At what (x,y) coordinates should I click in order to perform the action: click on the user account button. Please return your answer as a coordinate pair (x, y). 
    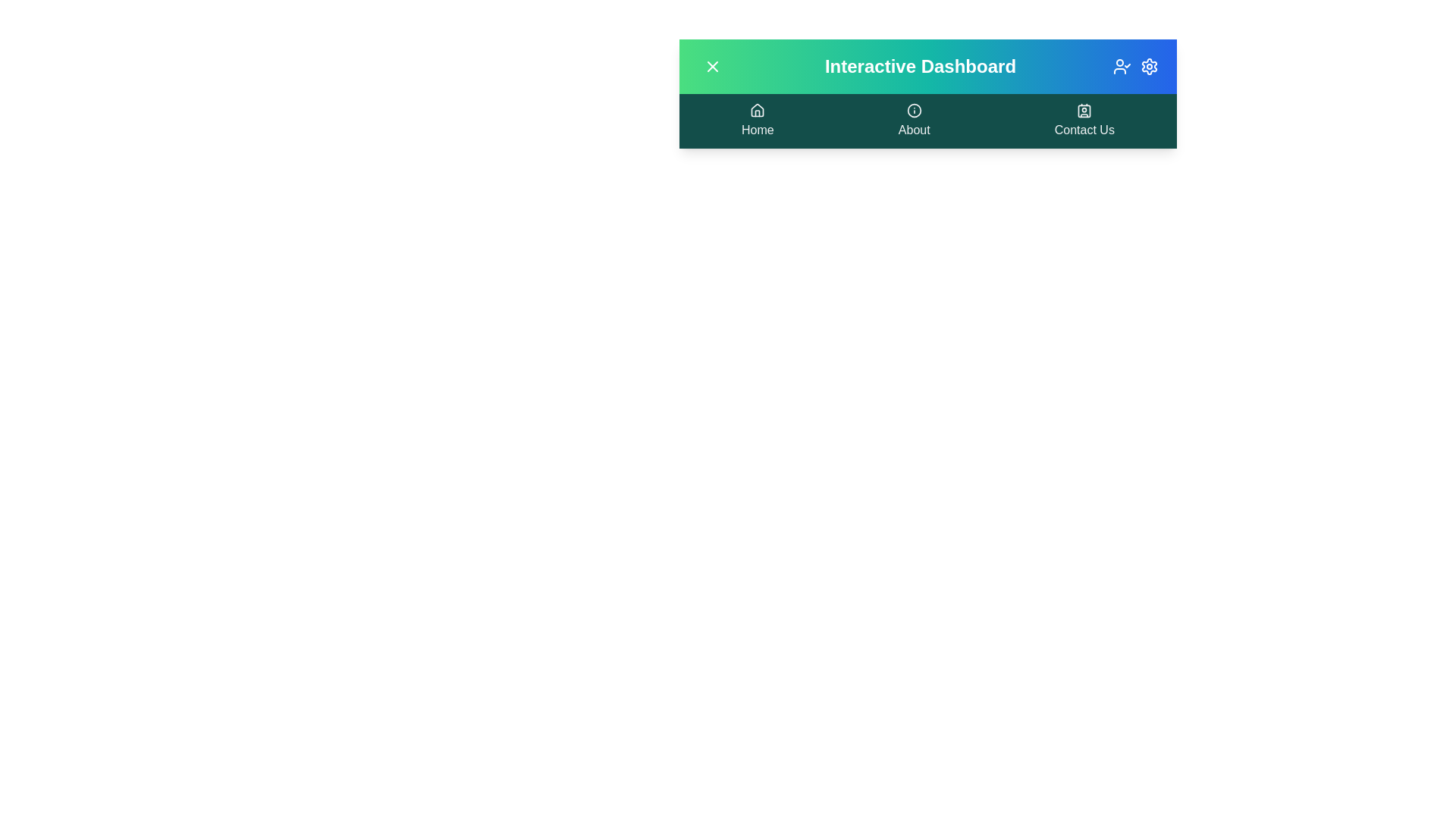
    Looking at the image, I should click on (1122, 66).